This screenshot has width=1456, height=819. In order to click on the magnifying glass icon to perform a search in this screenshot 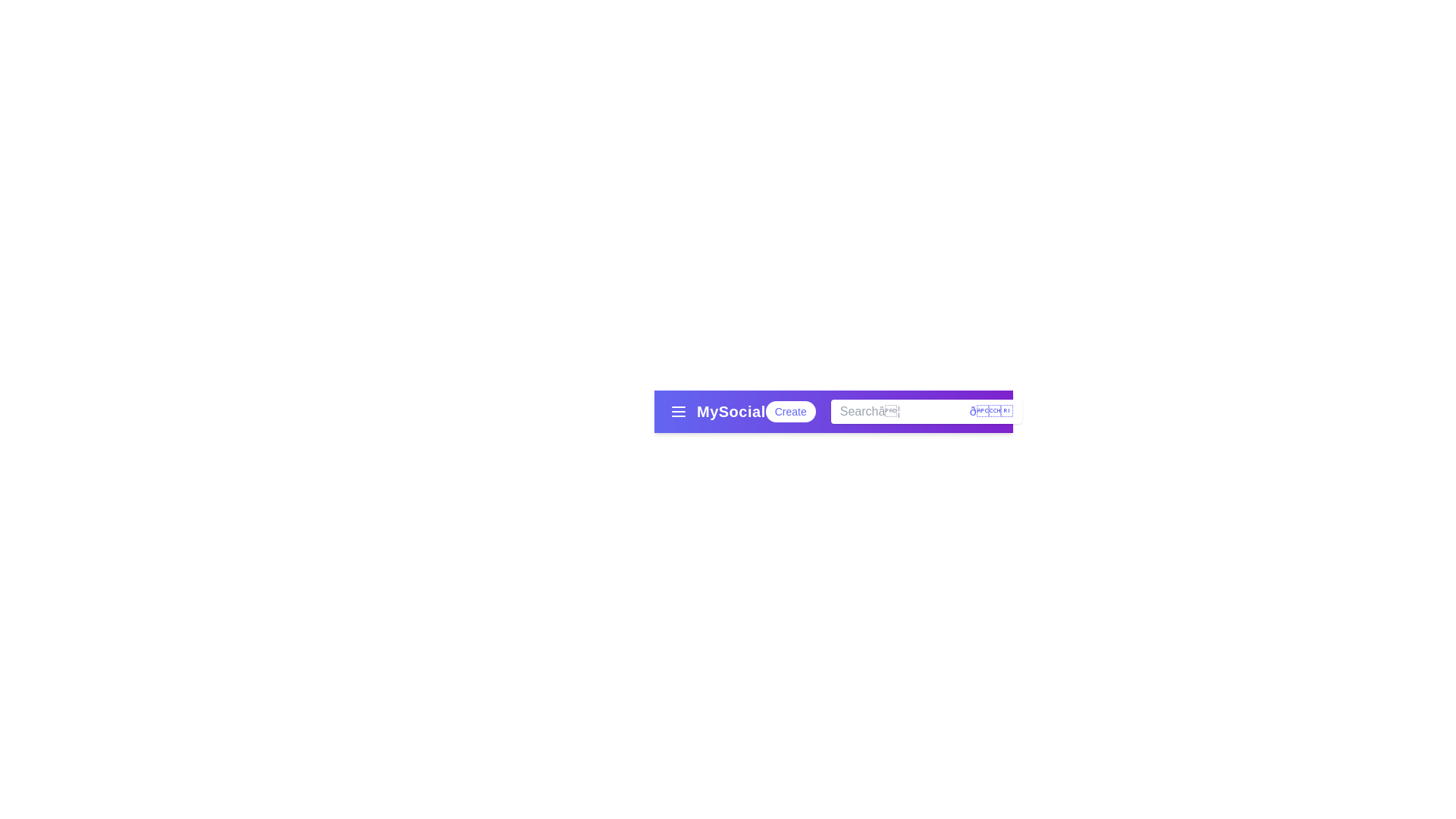, I will do `click(990, 412)`.